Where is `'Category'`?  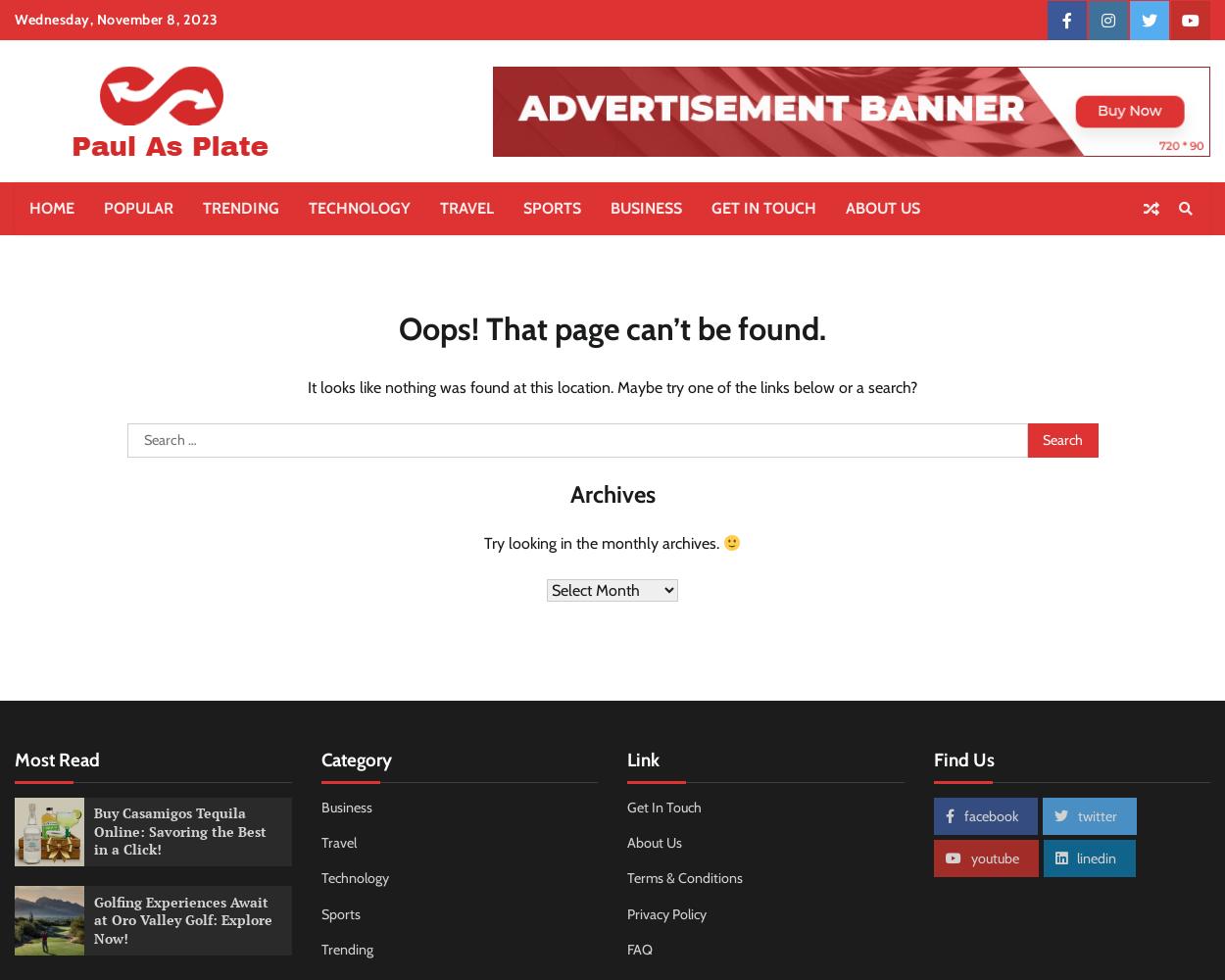
'Category' is located at coordinates (319, 759).